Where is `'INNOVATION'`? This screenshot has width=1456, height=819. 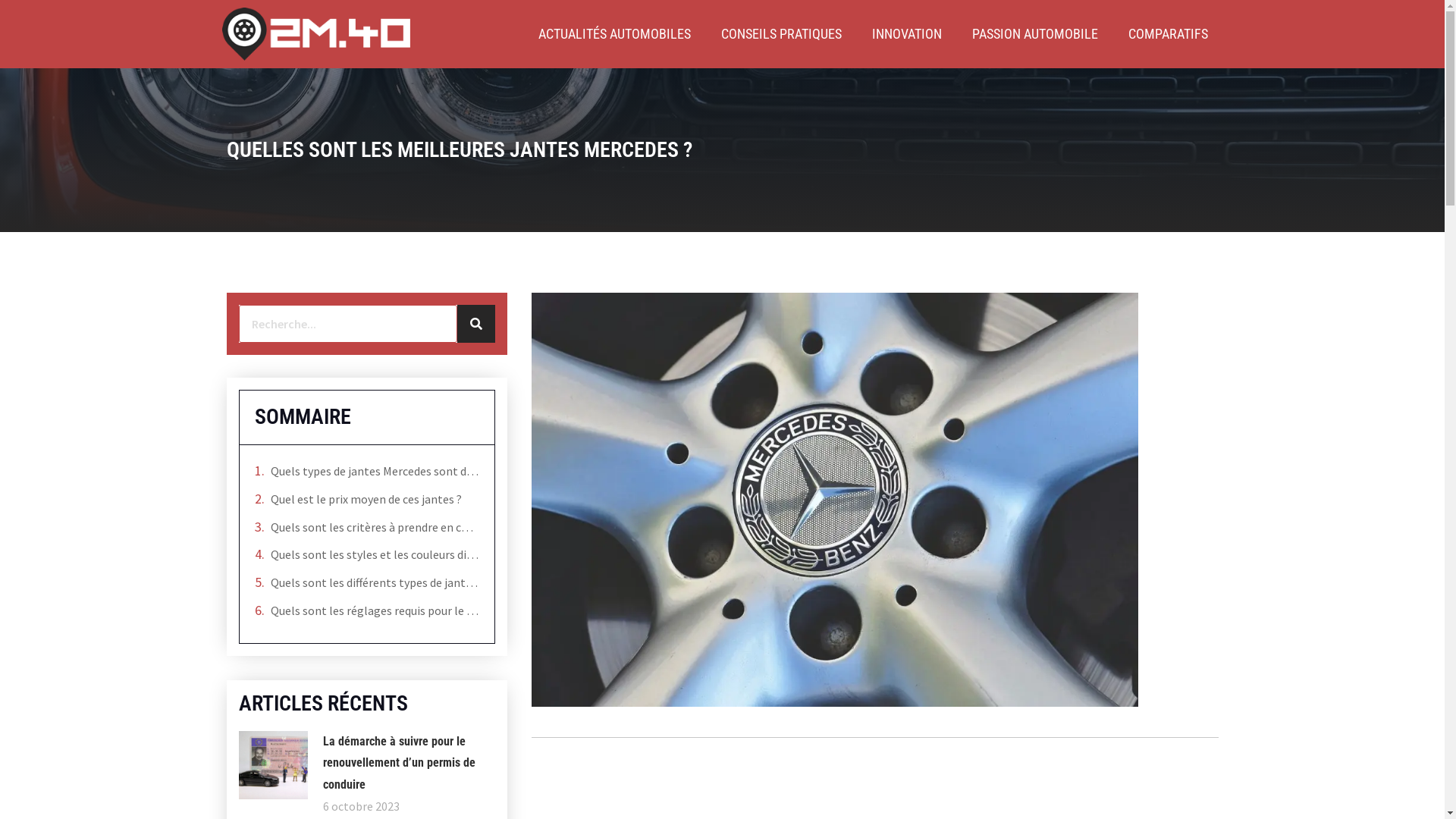
'INNOVATION' is located at coordinates (906, 34).